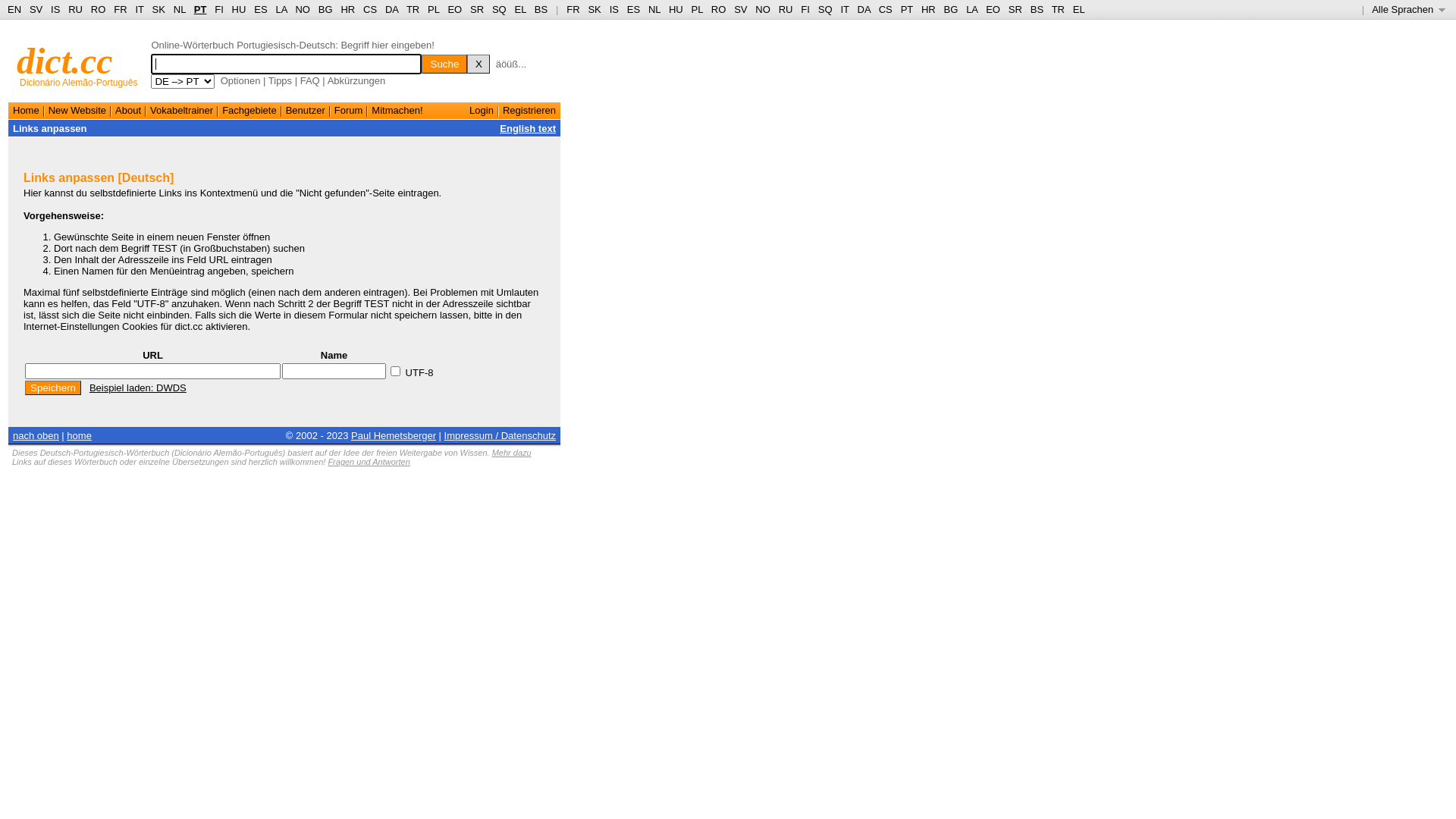  I want to click on 'IS', so click(614, 9).